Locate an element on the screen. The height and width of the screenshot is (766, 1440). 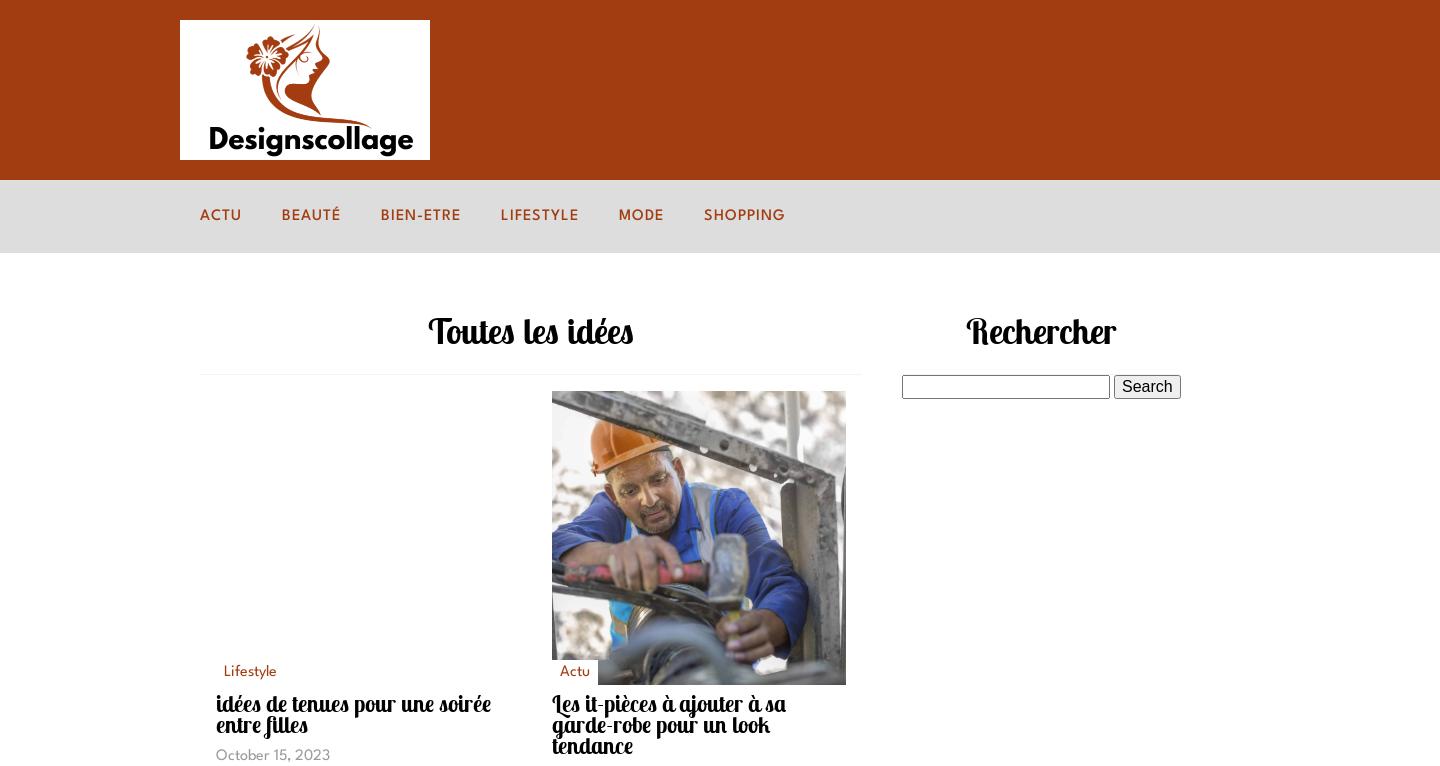
'Beauté' is located at coordinates (311, 215).